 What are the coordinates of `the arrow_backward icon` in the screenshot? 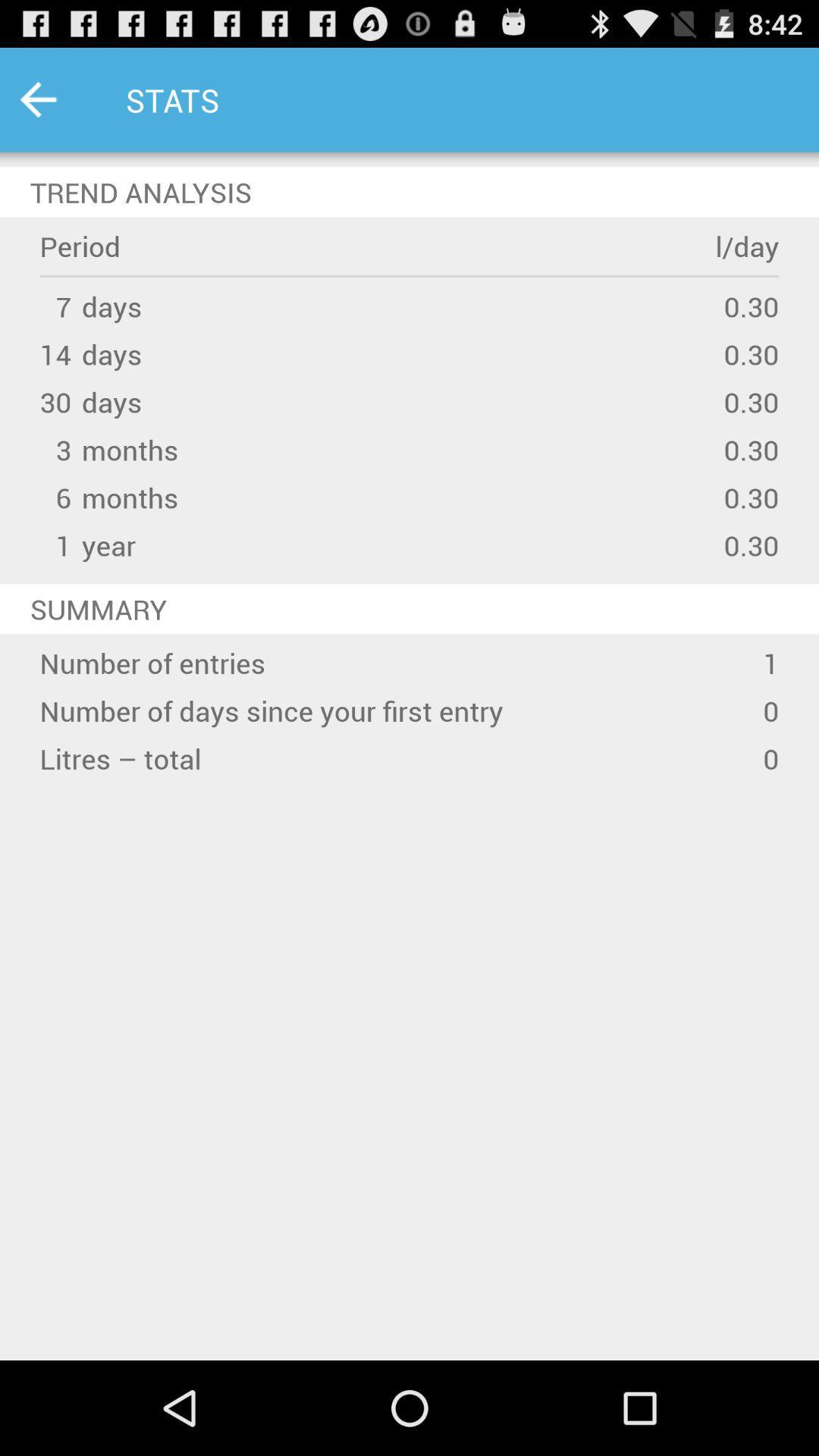 It's located at (58, 106).